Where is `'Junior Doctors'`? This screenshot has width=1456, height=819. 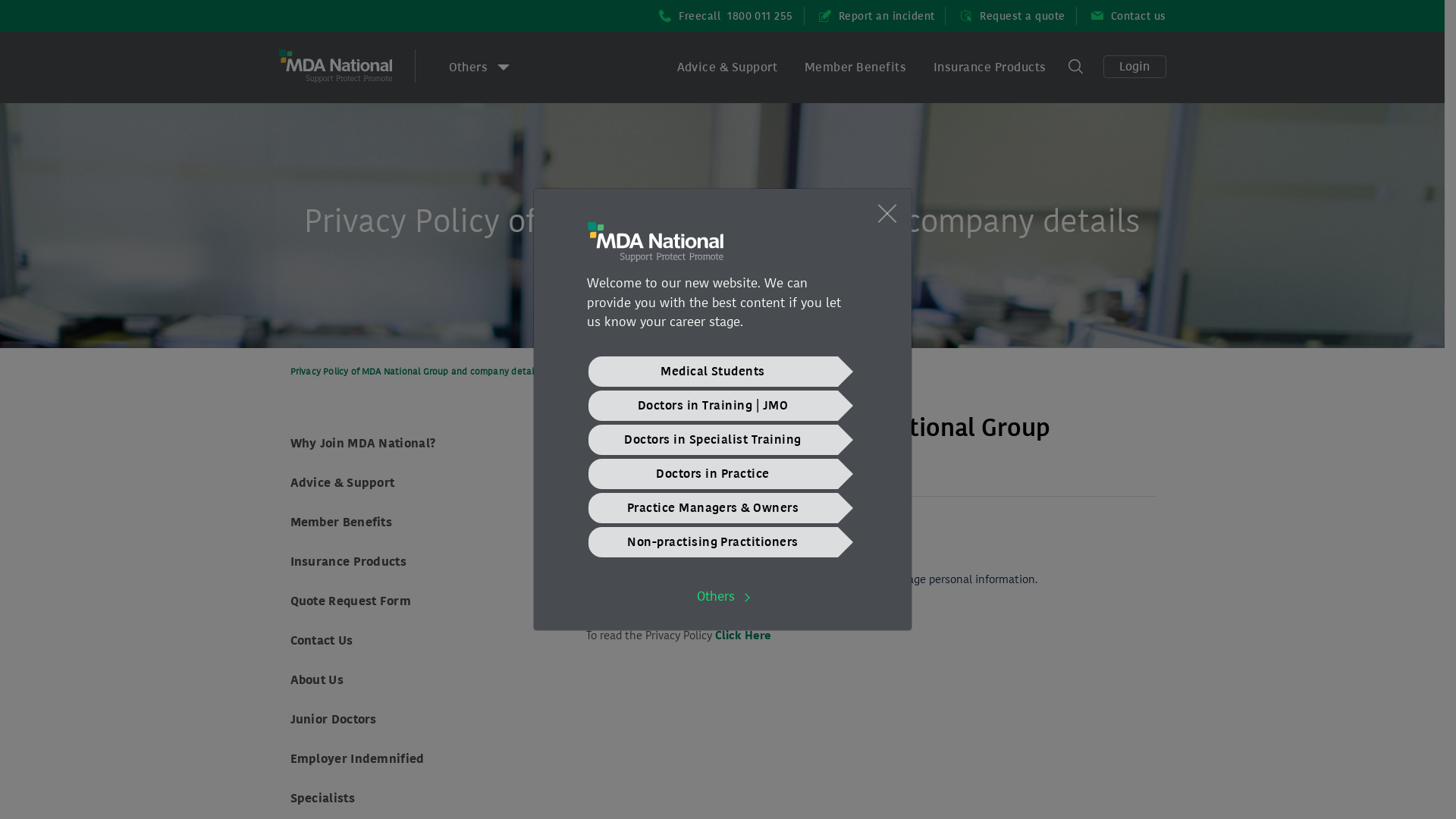 'Junior Doctors' is located at coordinates (331, 718).